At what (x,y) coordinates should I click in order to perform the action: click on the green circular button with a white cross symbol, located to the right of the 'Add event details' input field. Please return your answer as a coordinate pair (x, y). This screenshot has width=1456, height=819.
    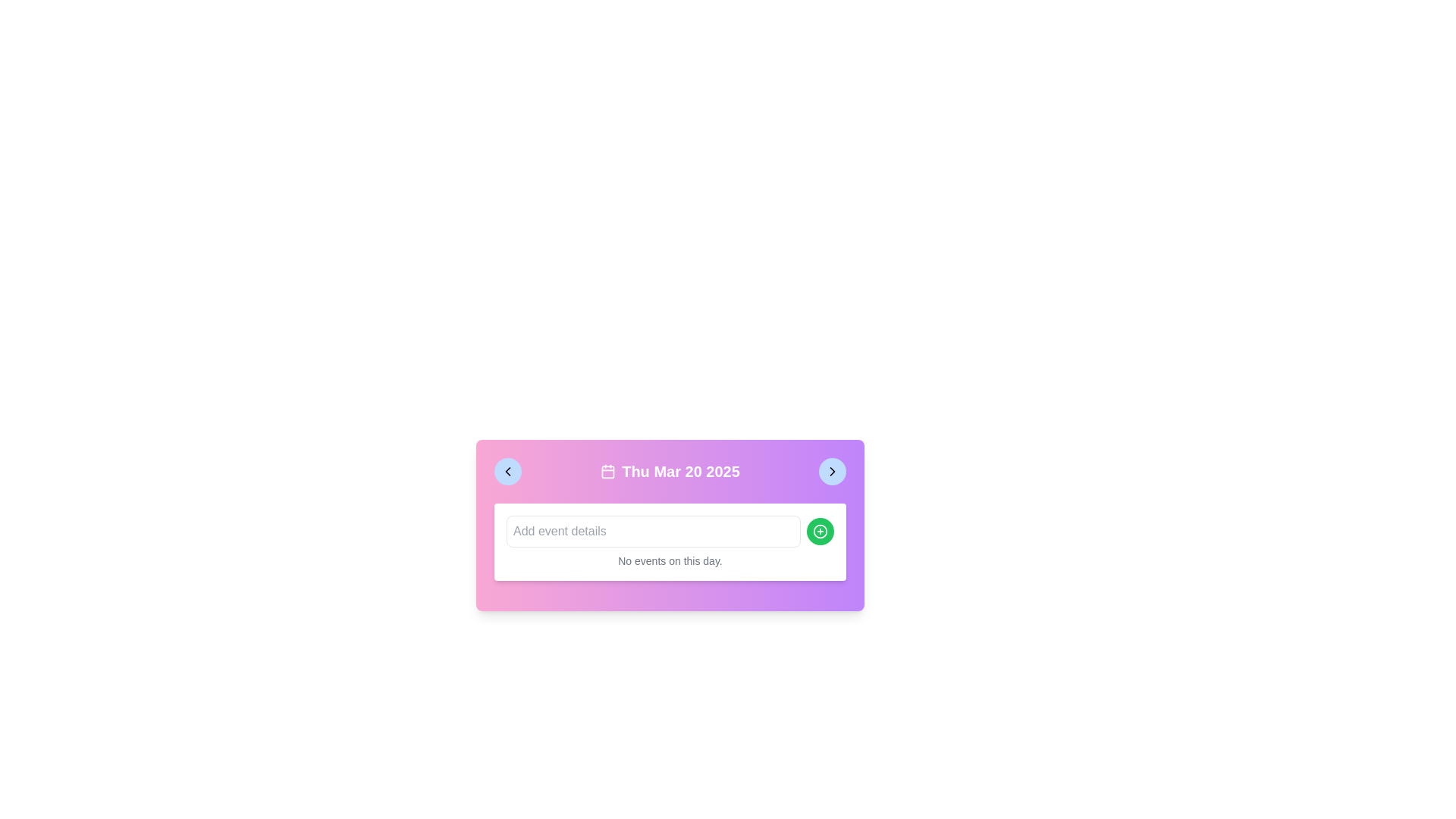
    Looking at the image, I should click on (819, 531).